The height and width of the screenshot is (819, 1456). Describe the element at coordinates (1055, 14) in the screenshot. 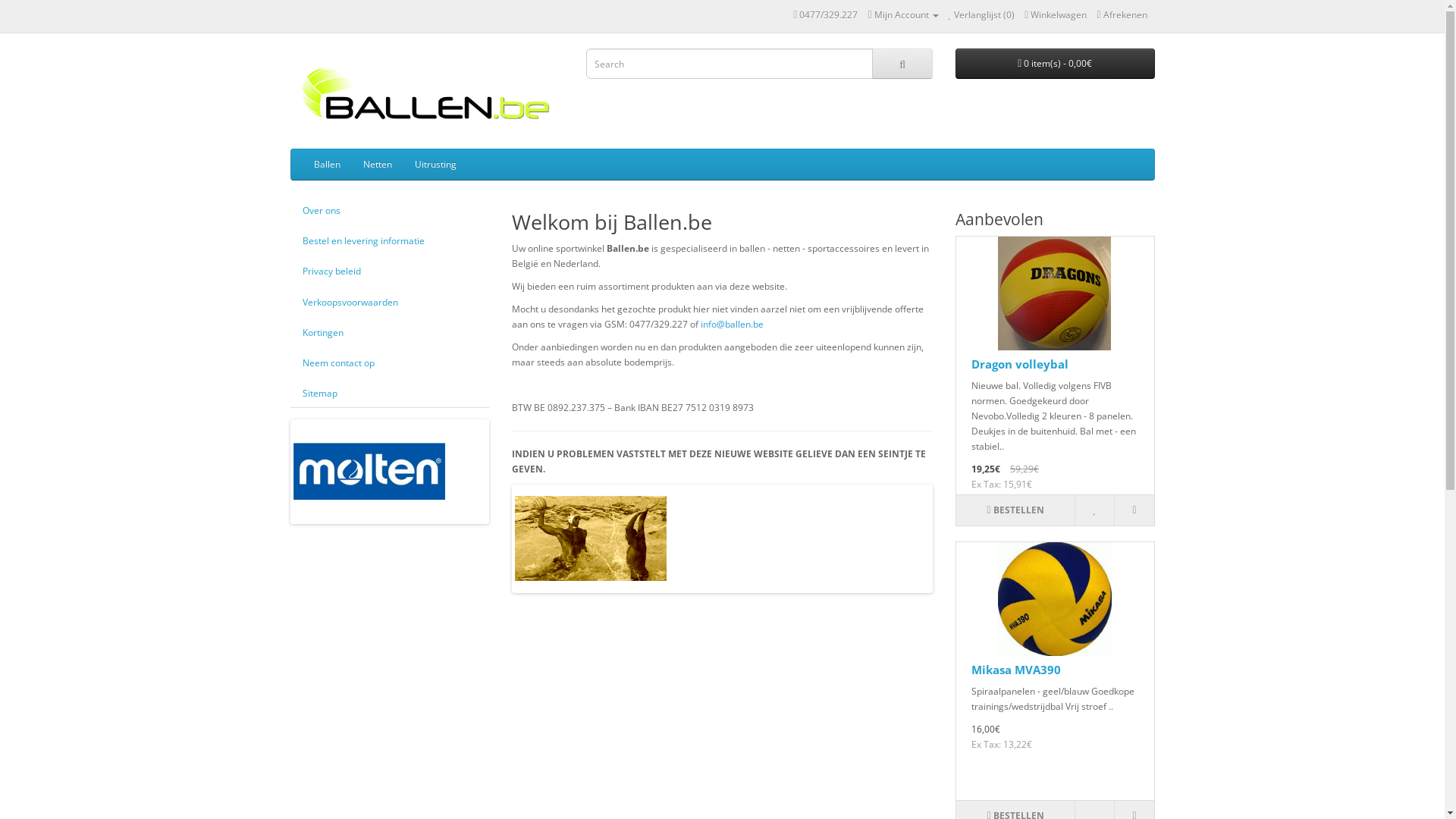

I see `'Winkelwagen'` at that location.